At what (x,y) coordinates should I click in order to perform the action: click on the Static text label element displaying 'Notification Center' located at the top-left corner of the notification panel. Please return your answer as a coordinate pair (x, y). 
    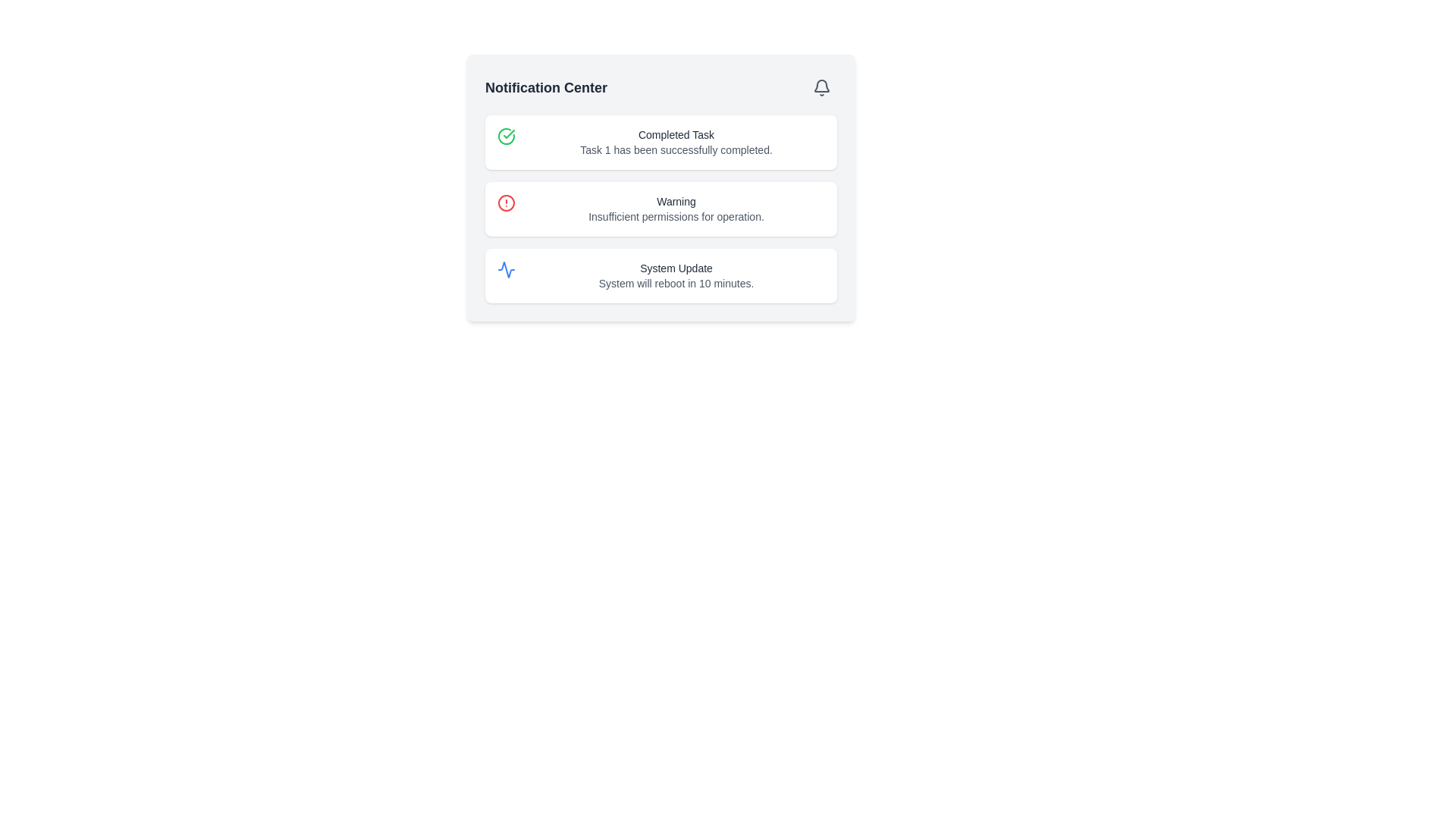
    Looking at the image, I should click on (546, 87).